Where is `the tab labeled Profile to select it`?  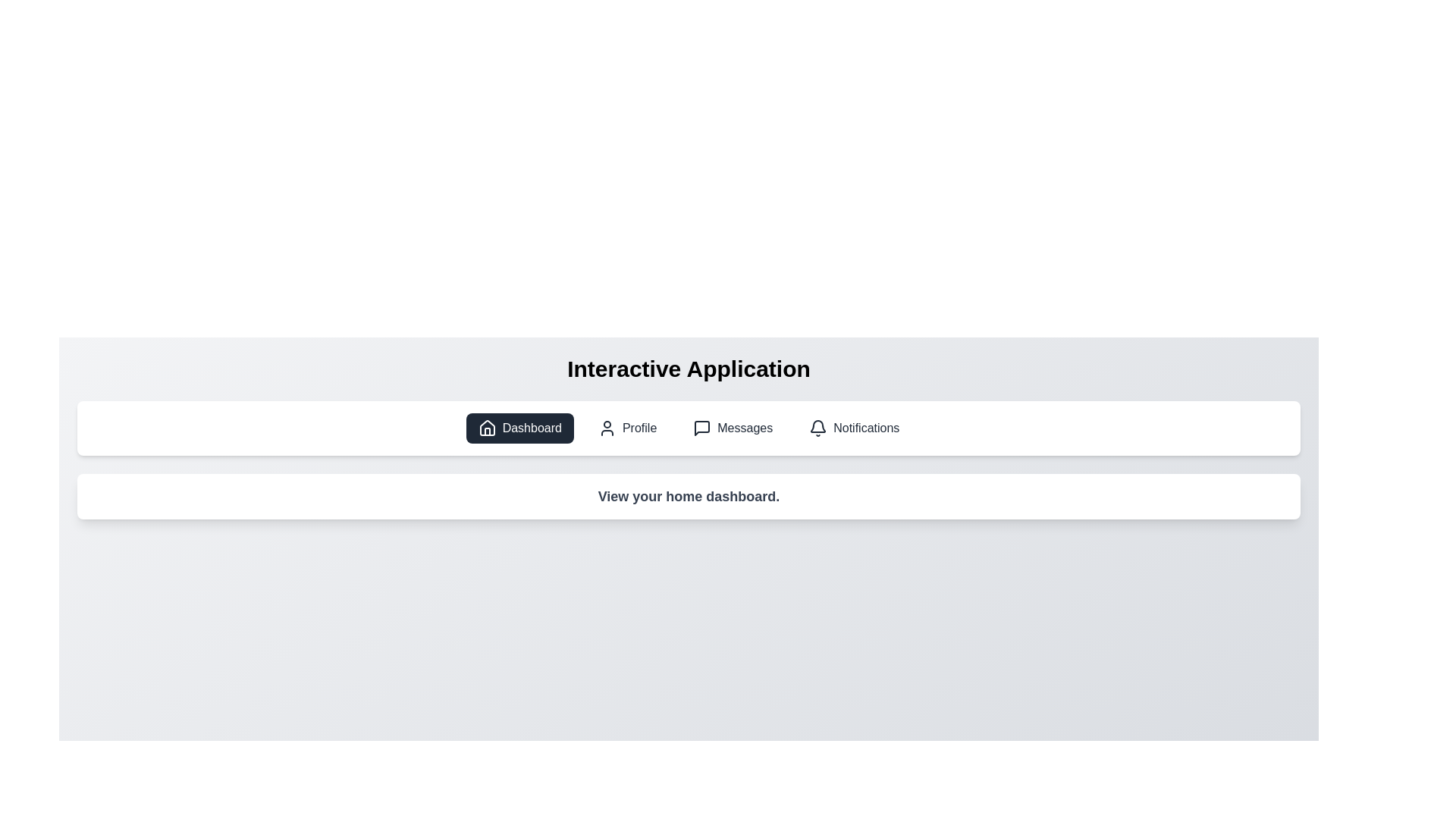
the tab labeled Profile to select it is located at coordinates (627, 428).